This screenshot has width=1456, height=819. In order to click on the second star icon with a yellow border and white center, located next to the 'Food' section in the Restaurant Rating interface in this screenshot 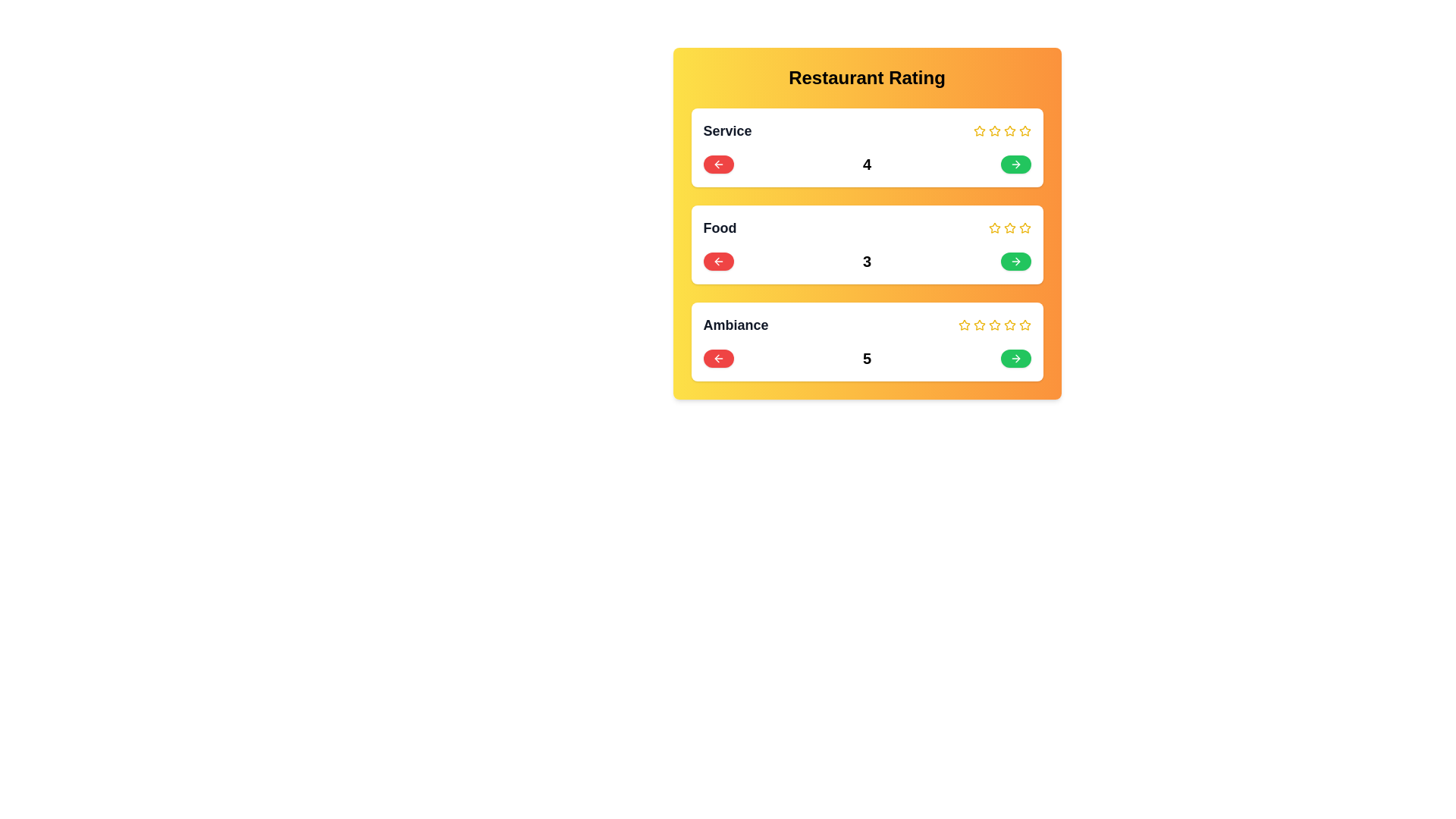, I will do `click(1009, 227)`.